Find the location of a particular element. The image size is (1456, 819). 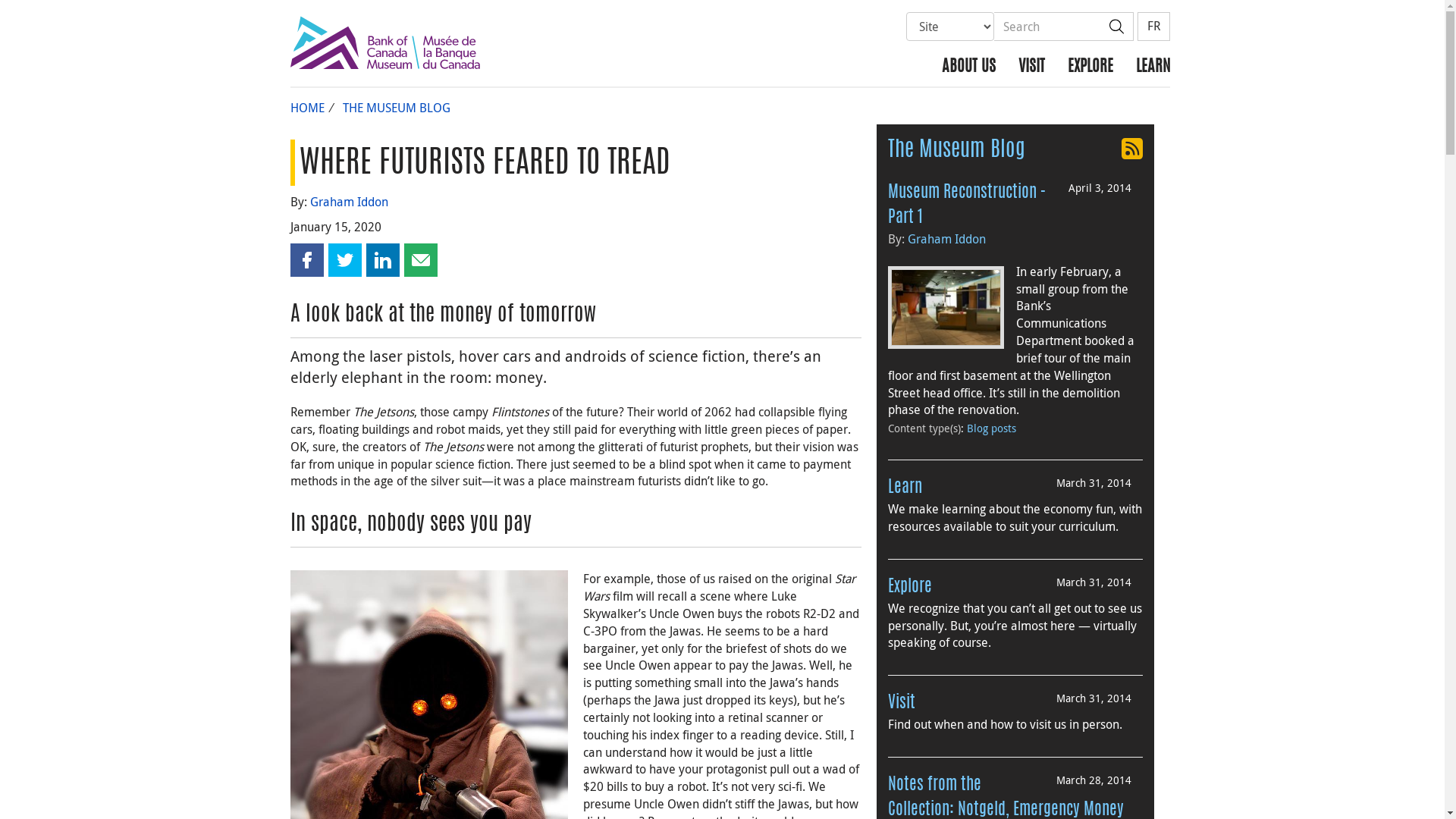

'The Museum Blog' is located at coordinates (955, 151).